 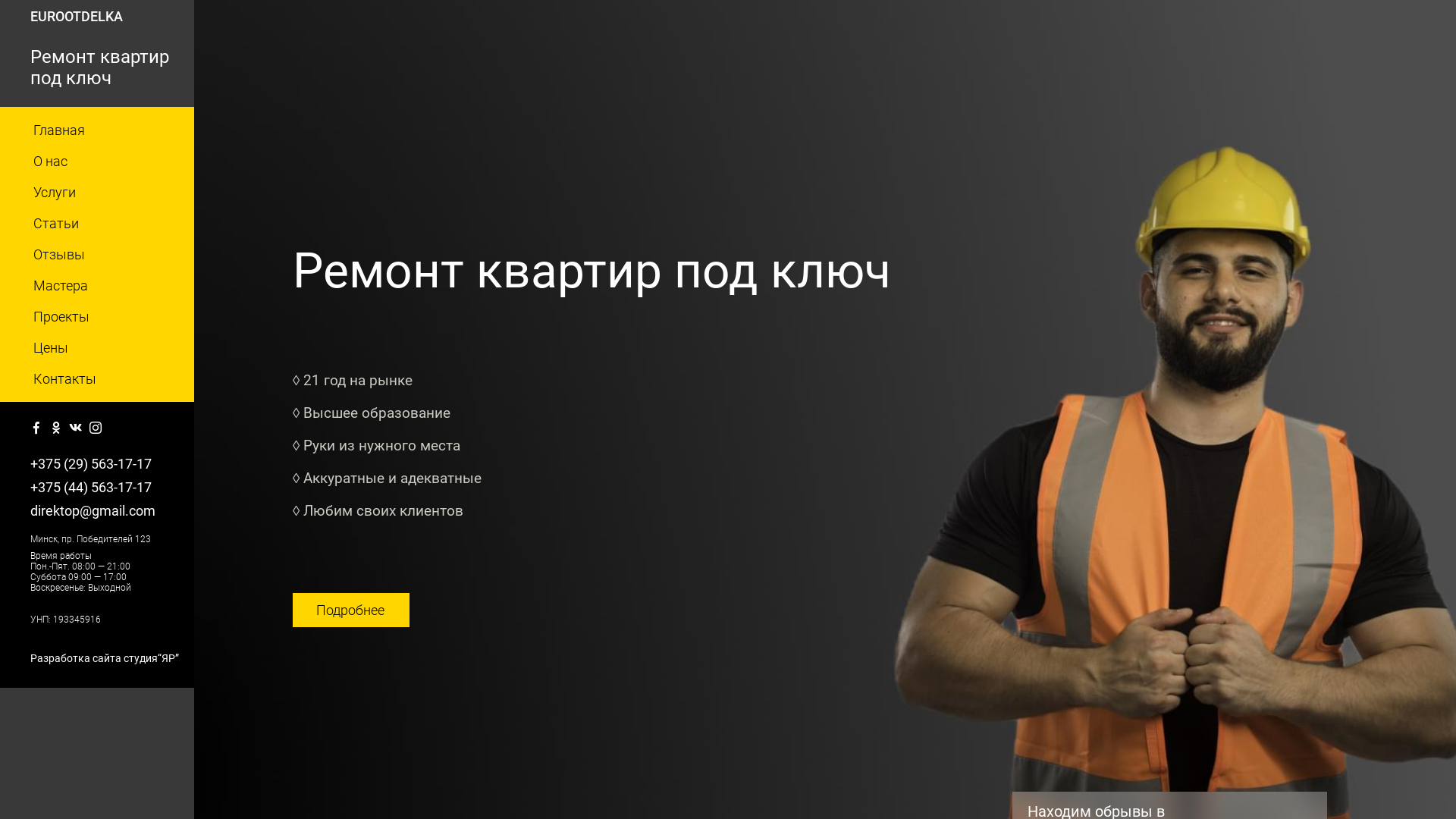 I want to click on '+375 (29) 563-17-17', so click(x=30, y=463).